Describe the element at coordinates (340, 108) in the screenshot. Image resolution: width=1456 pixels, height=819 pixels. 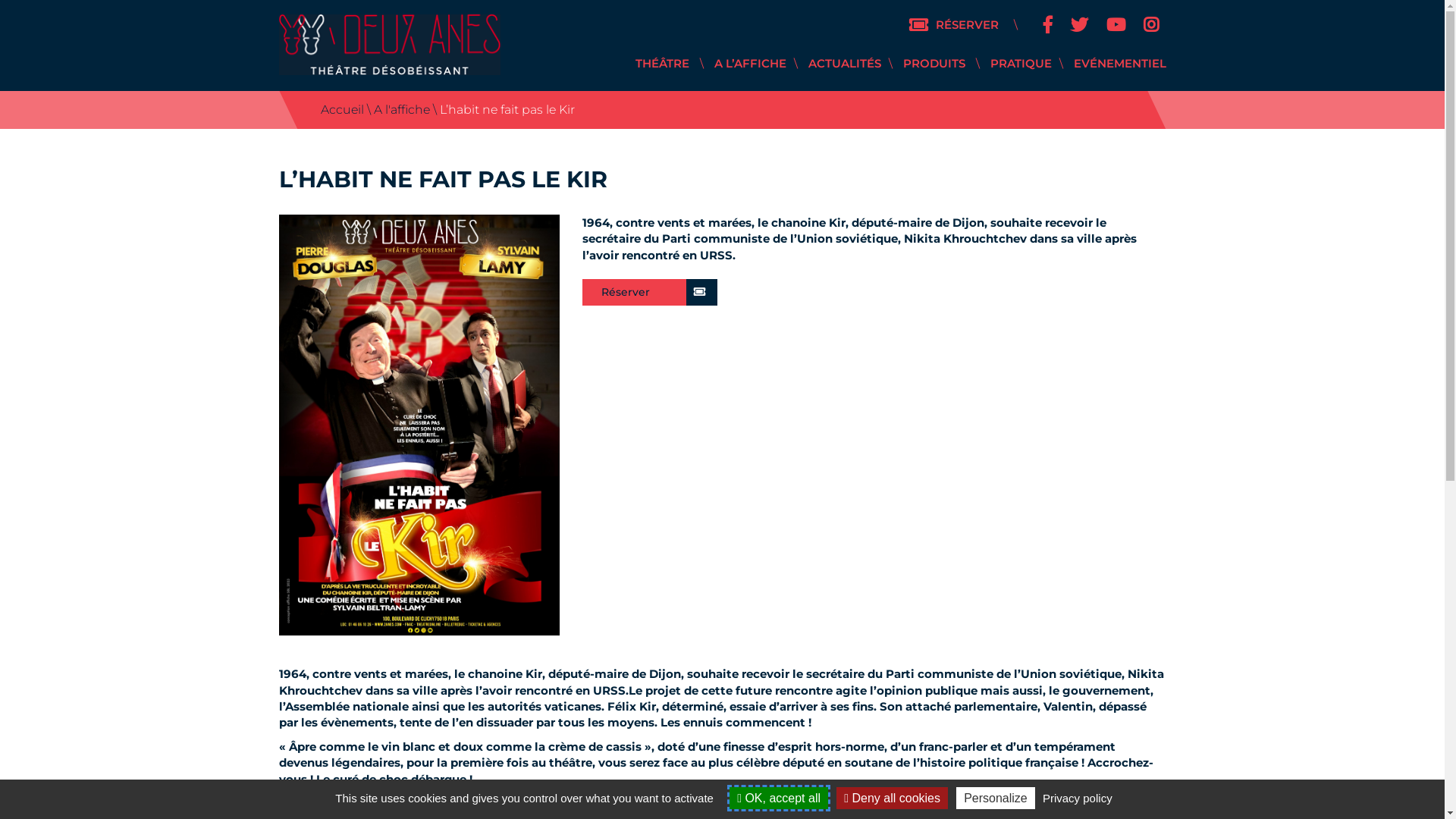
I see `'Accueil'` at that location.